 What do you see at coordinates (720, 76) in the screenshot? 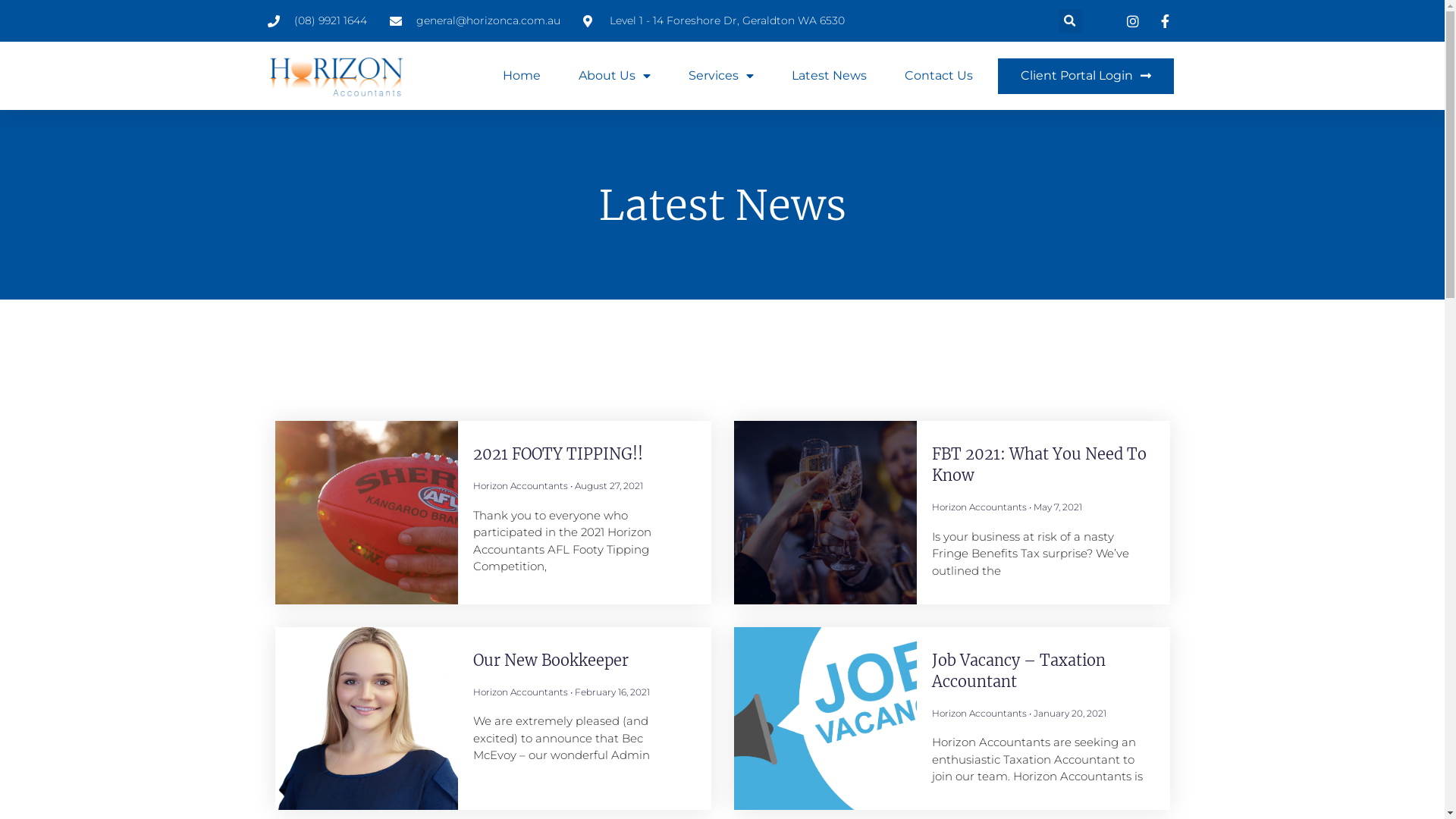
I see `'Services'` at bounding box center [720, 76].